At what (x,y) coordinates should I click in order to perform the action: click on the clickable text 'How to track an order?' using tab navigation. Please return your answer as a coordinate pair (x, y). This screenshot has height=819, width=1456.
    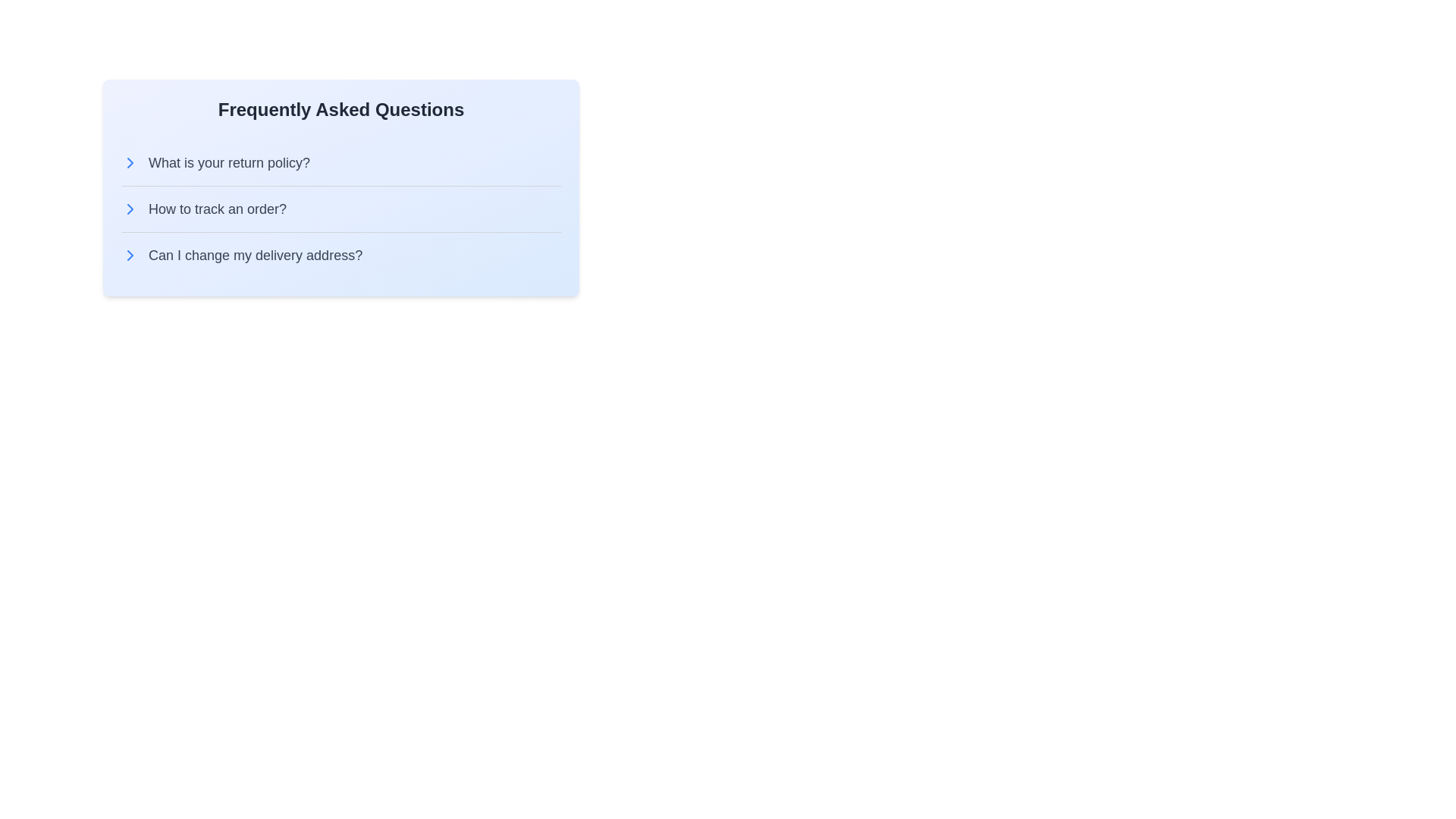
    Looking at the image, I should click on (340, 209).